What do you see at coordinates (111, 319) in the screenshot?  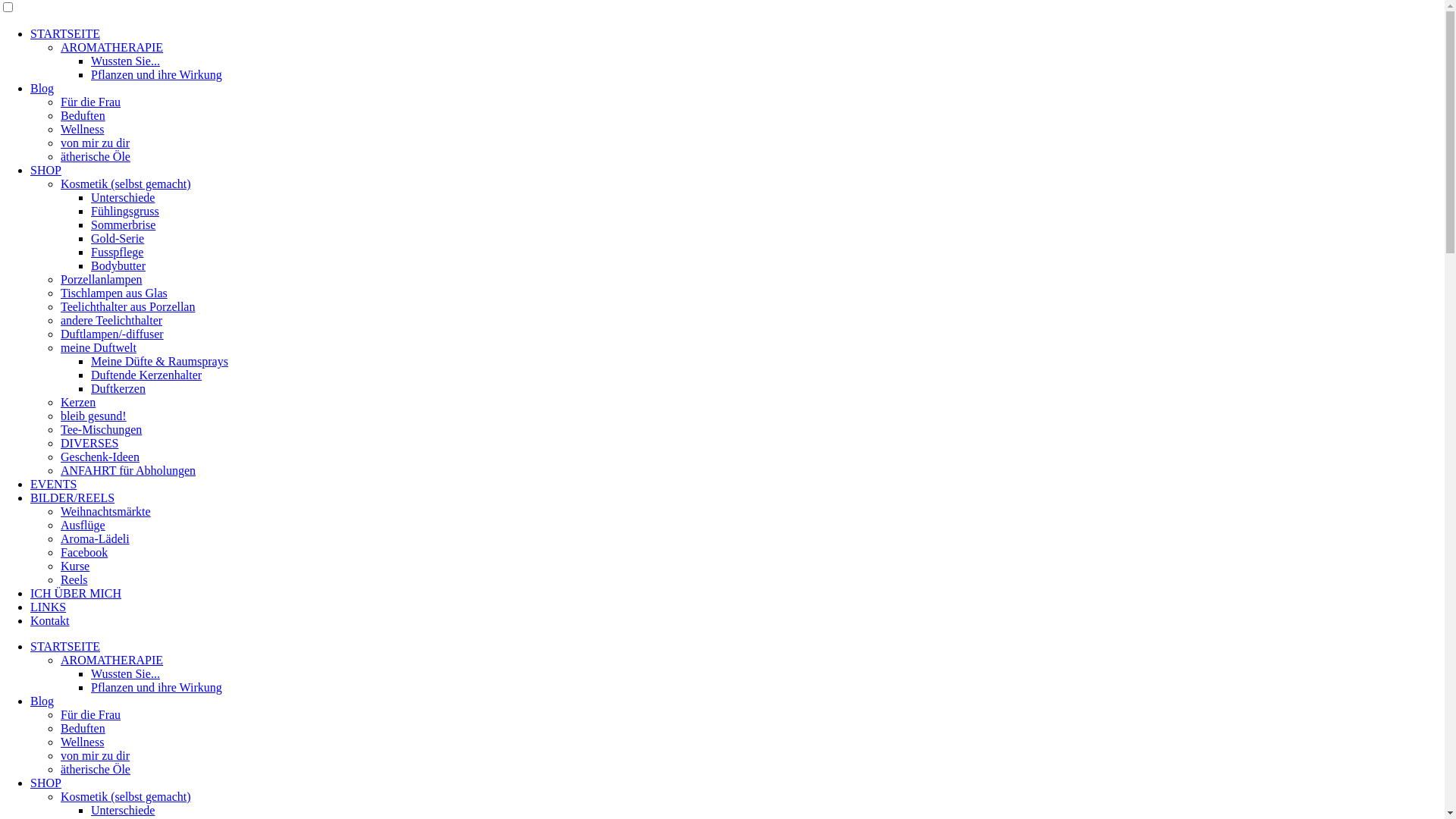 I see `'andere Teelichthalter'` at bounding box center [111, 319].